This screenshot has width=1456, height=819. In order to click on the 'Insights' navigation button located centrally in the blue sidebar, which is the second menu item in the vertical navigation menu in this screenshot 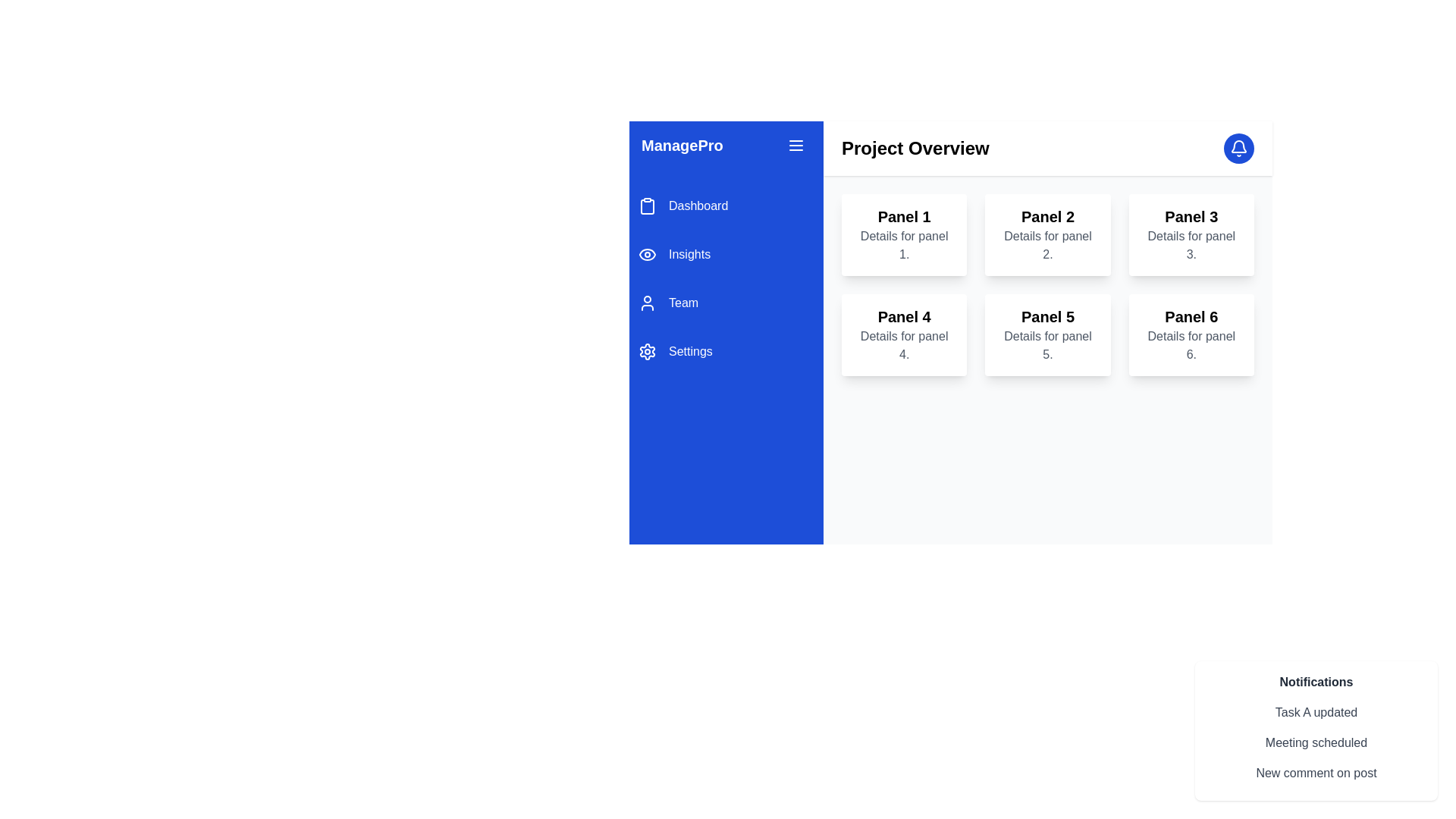, I will do `click(726, 253)`.